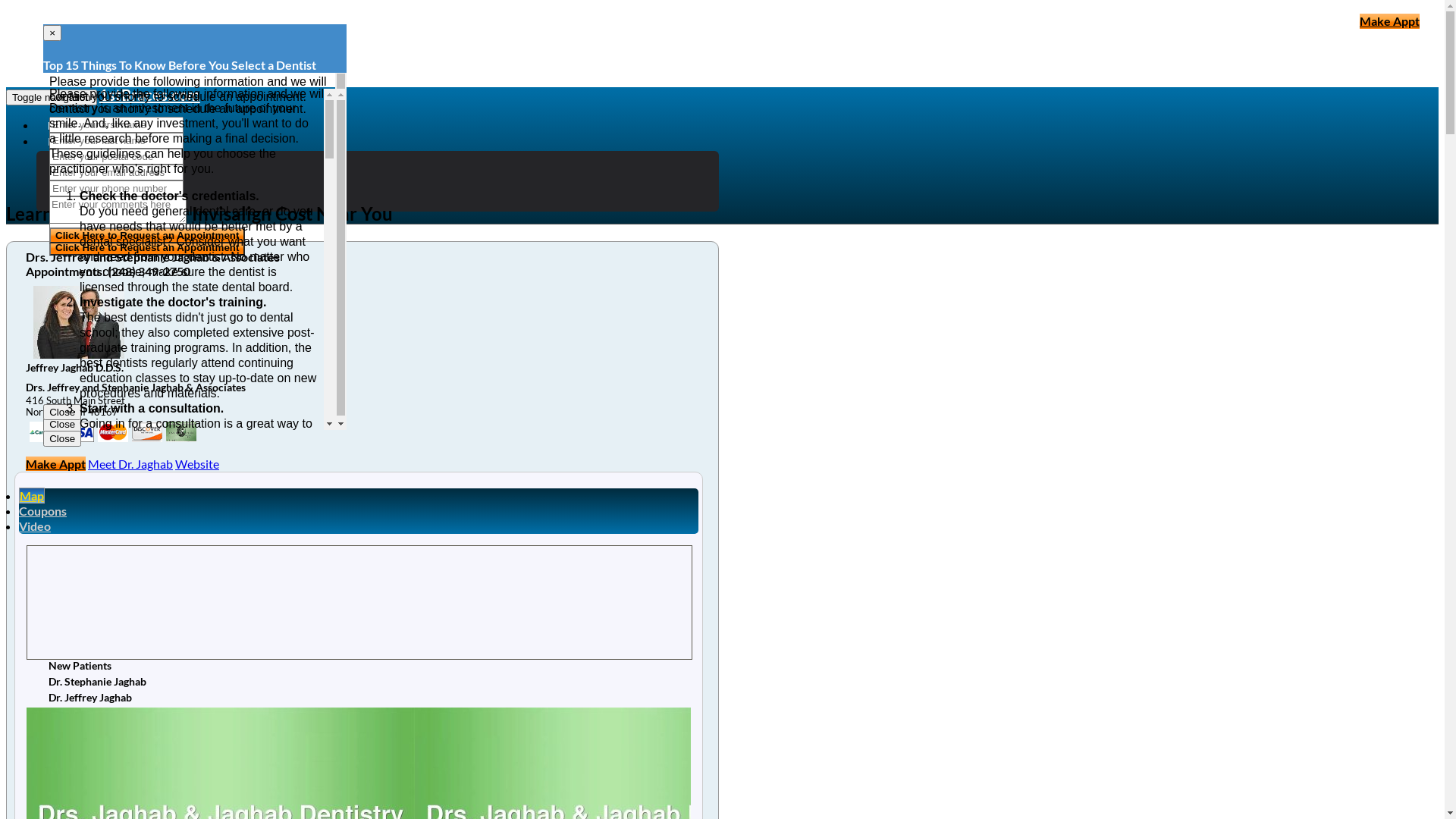 This screenshot has width=1456, height=819. What do you see at coordinates (32, 495) in the screenshot?
I see `'Map'` at bounding box center [32, 495].